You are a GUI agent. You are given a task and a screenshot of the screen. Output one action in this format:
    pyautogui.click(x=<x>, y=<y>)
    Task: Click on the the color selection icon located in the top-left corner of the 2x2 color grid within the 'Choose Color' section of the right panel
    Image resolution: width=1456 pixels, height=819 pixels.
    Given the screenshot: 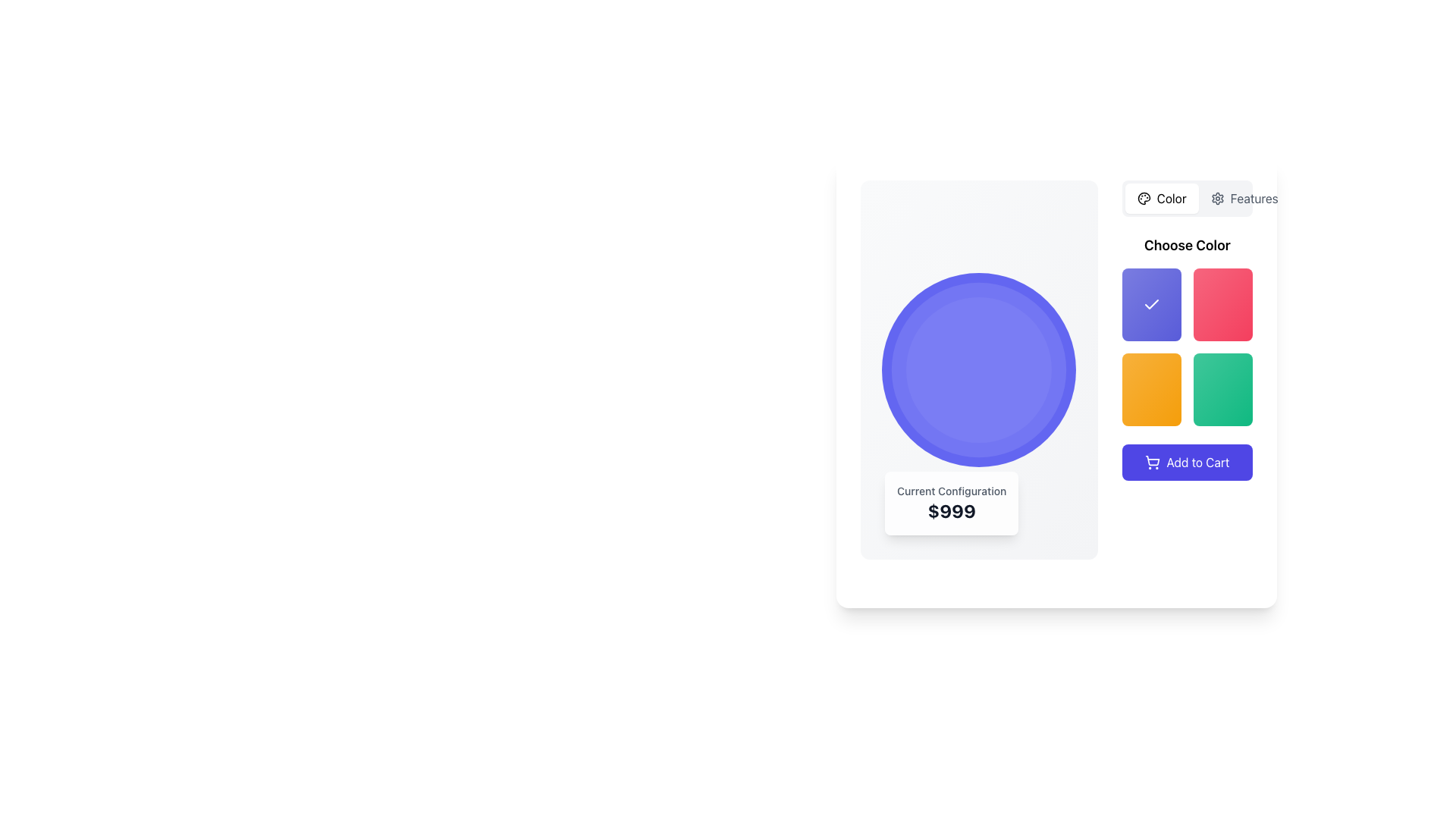 What is the action you would take?
    pyautogui.click(x=1151, y=304)
    